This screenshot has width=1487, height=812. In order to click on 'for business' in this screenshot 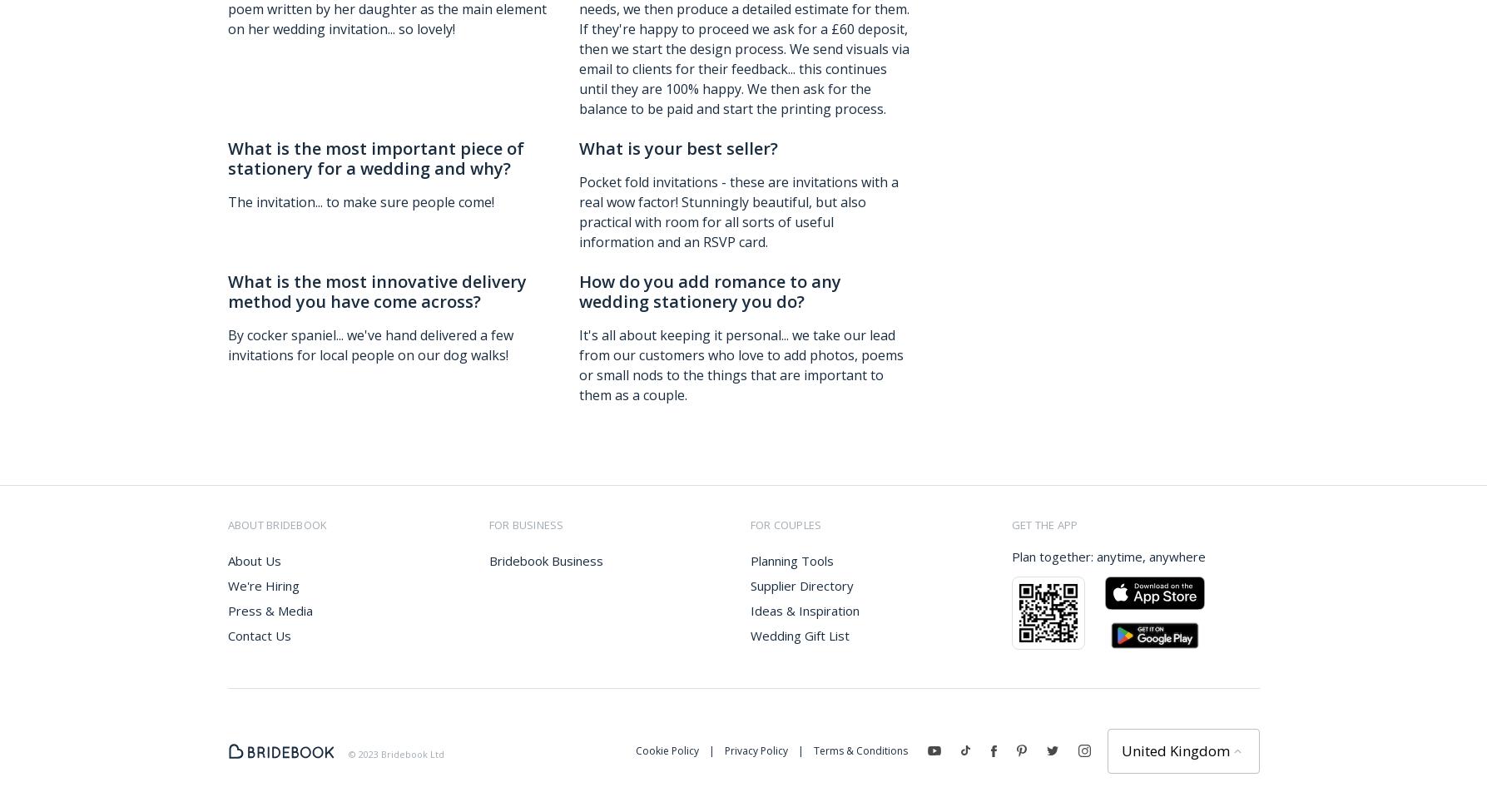, I will do `click(488, 523)`.